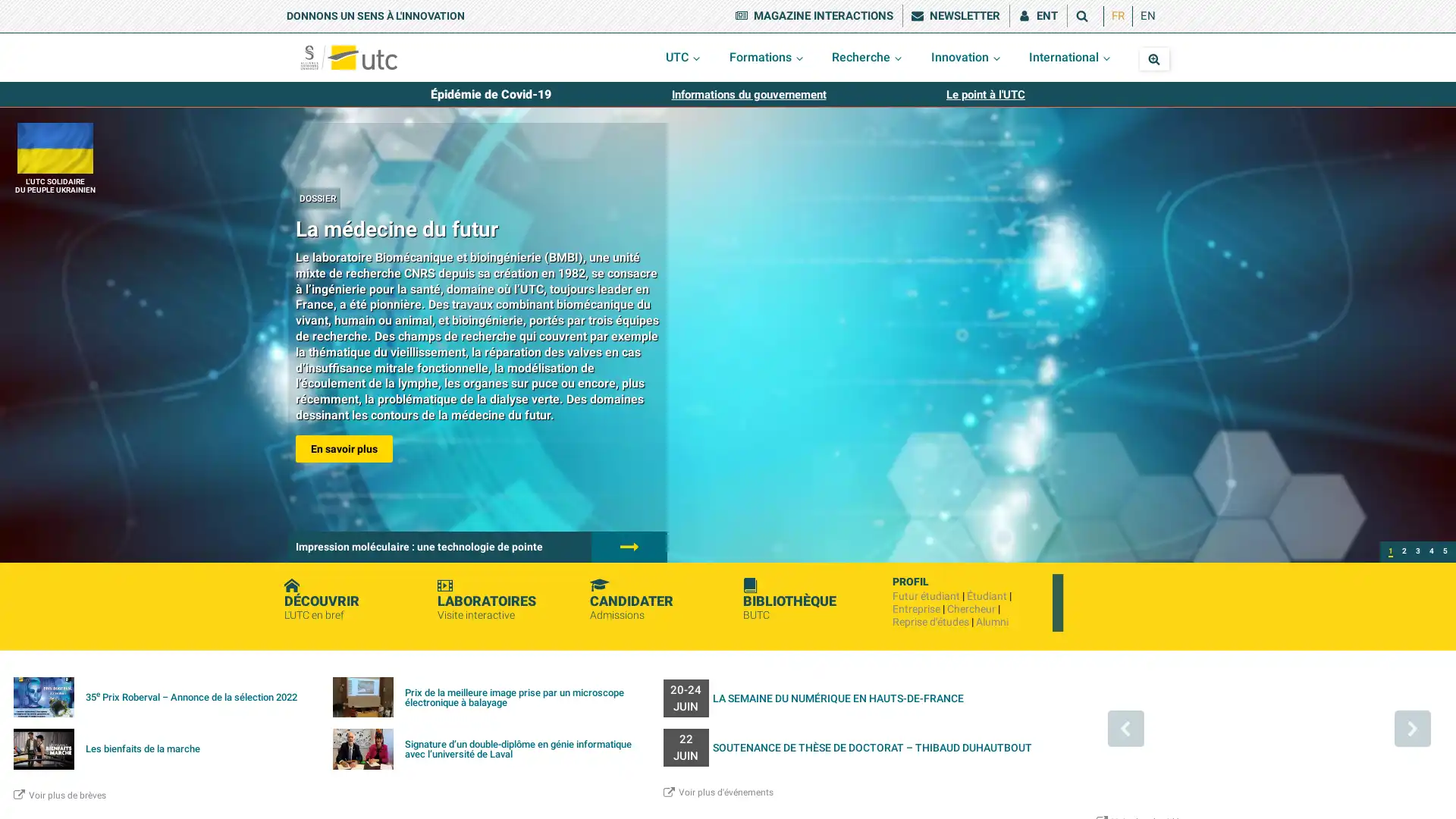 The height and width of the screenshot is (819, 1456). Describe the element at coordinates (1417, 552) in the screenshot. I see `CFA de lUTC, un avenir se dessine` at that location.